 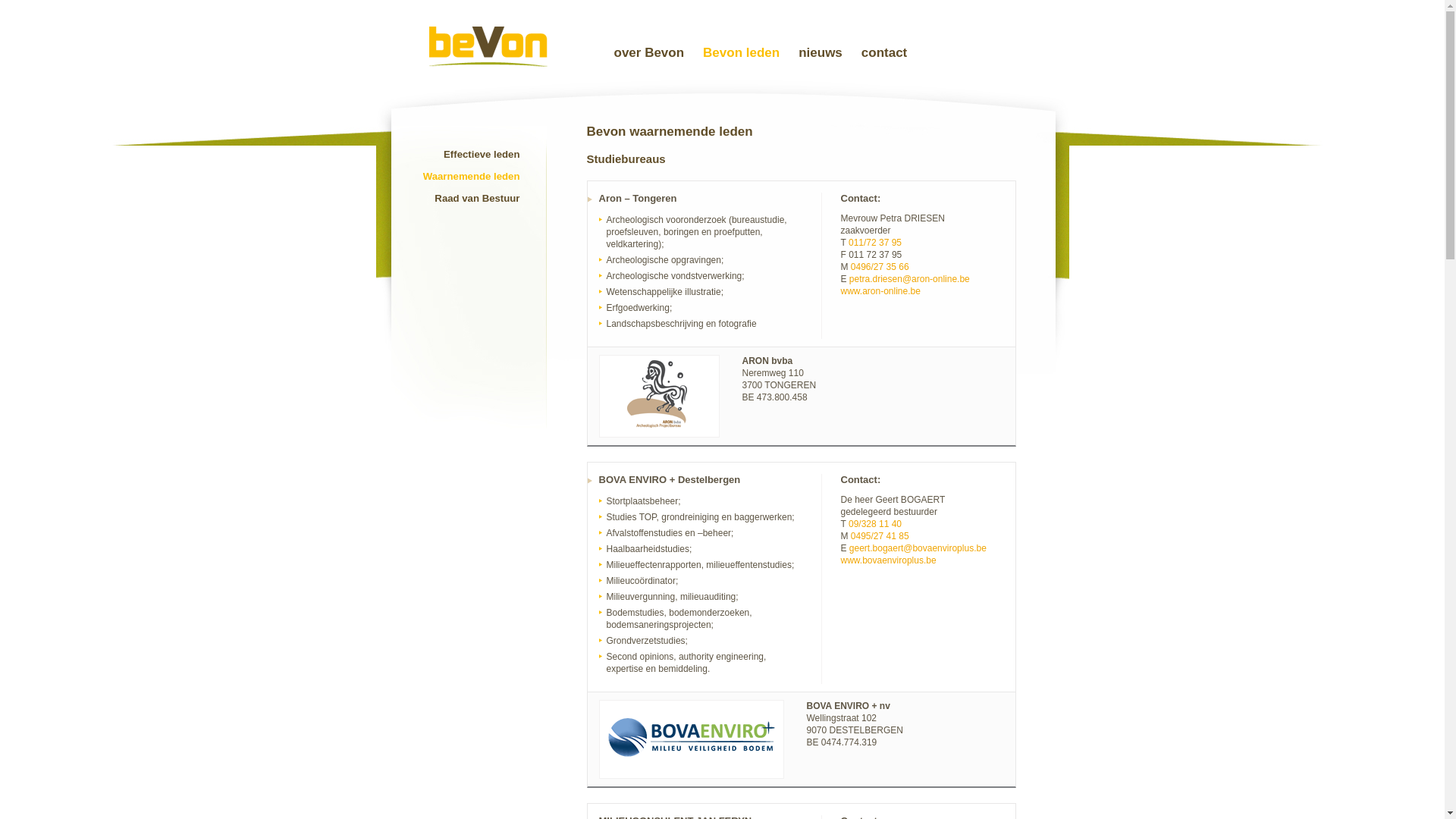 What do you see at coordinates (819, 52) in the screenshot?
I see `'nieuws'` at bounding box center [819, 52].